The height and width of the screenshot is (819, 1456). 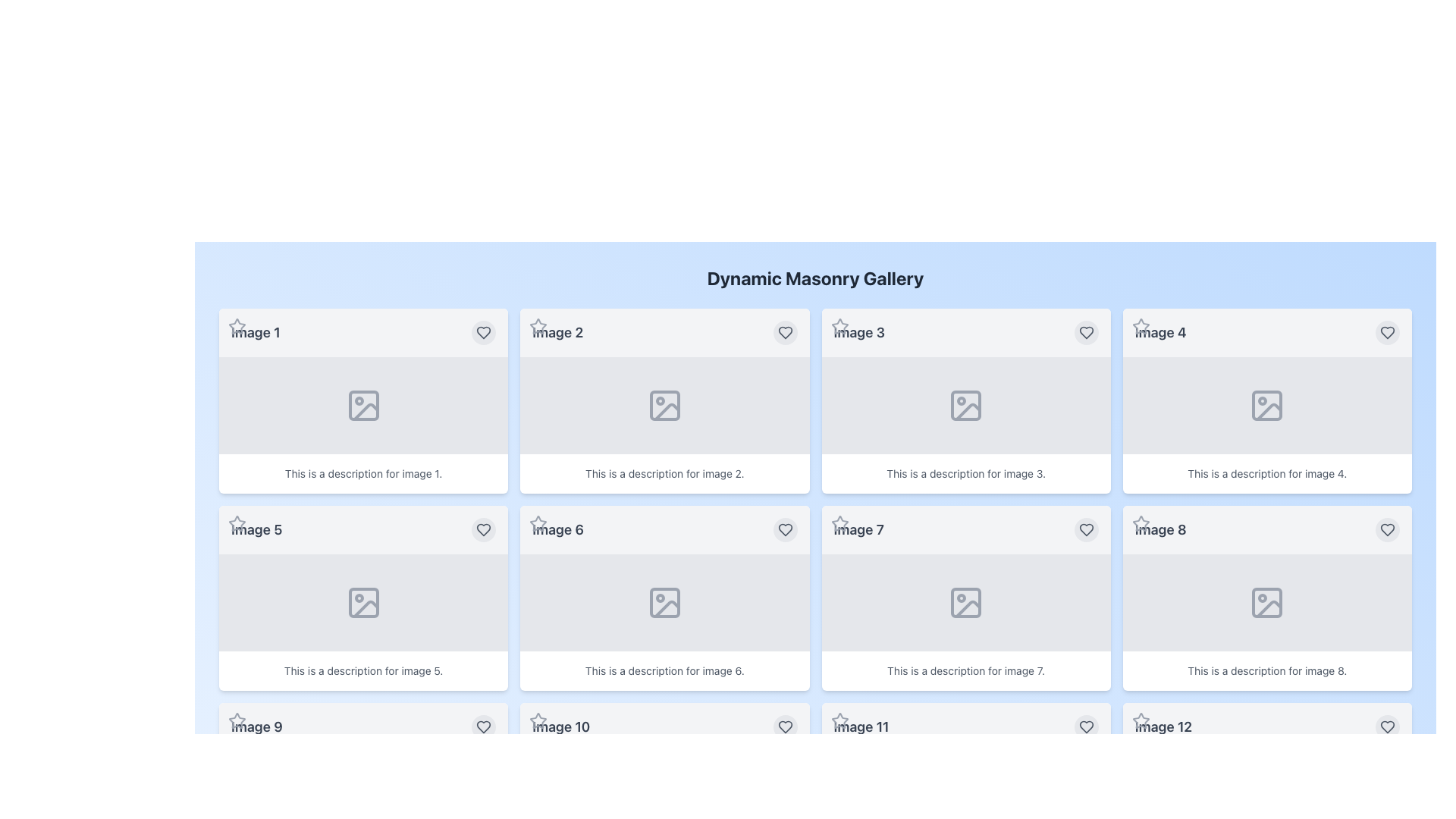 I want to click on text description provided by the text label located in the fourth box of the top row, underneath the 'Image 4' heading, so click(x=1267, y=472).